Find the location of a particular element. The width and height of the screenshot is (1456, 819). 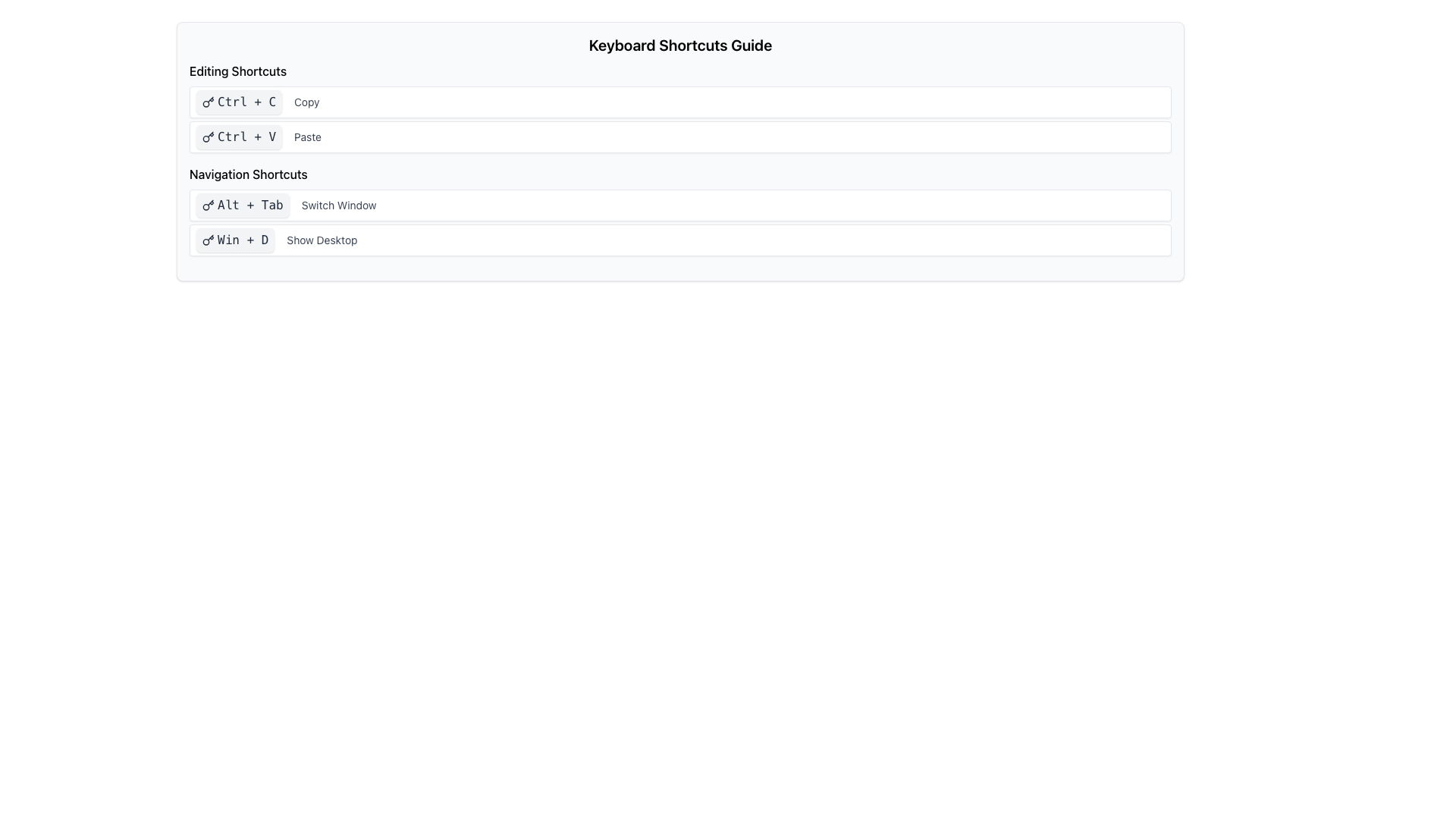

the text label displaying the keyboard shortcut 'Win + D' in the 'Navigation Shortcuts' section of the 'Keyboard Shortcuts Guide'. This label indicates the function is located at coordinates (243, 239).